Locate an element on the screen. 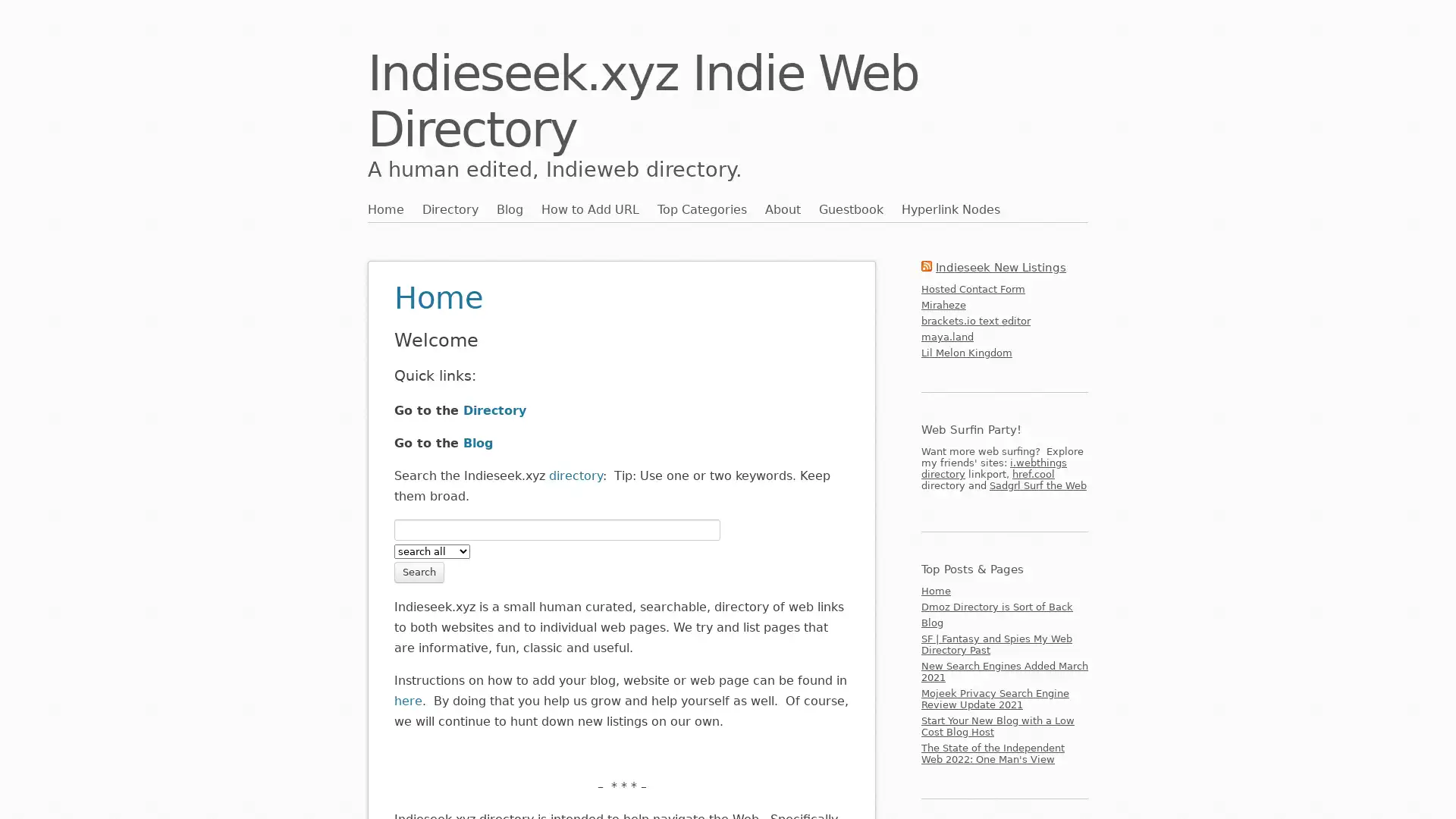 Image resolution: width=1456 pixels, height=819 pixels. Search is located at coordinates (419, 571).